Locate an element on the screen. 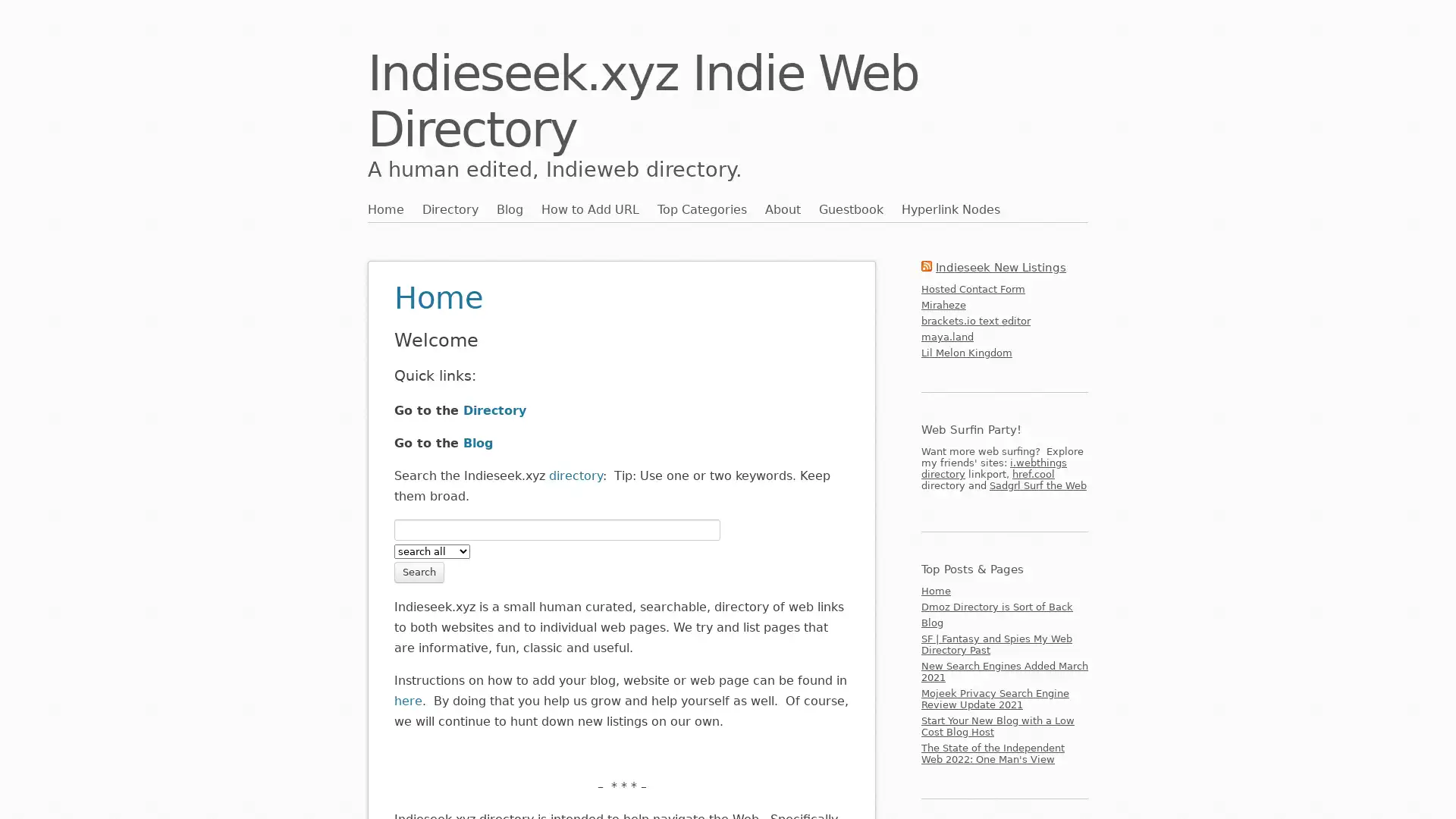 Image resolution: width=1456 pixels, height=819 pixels. Search is located at coordinates (419, 571).